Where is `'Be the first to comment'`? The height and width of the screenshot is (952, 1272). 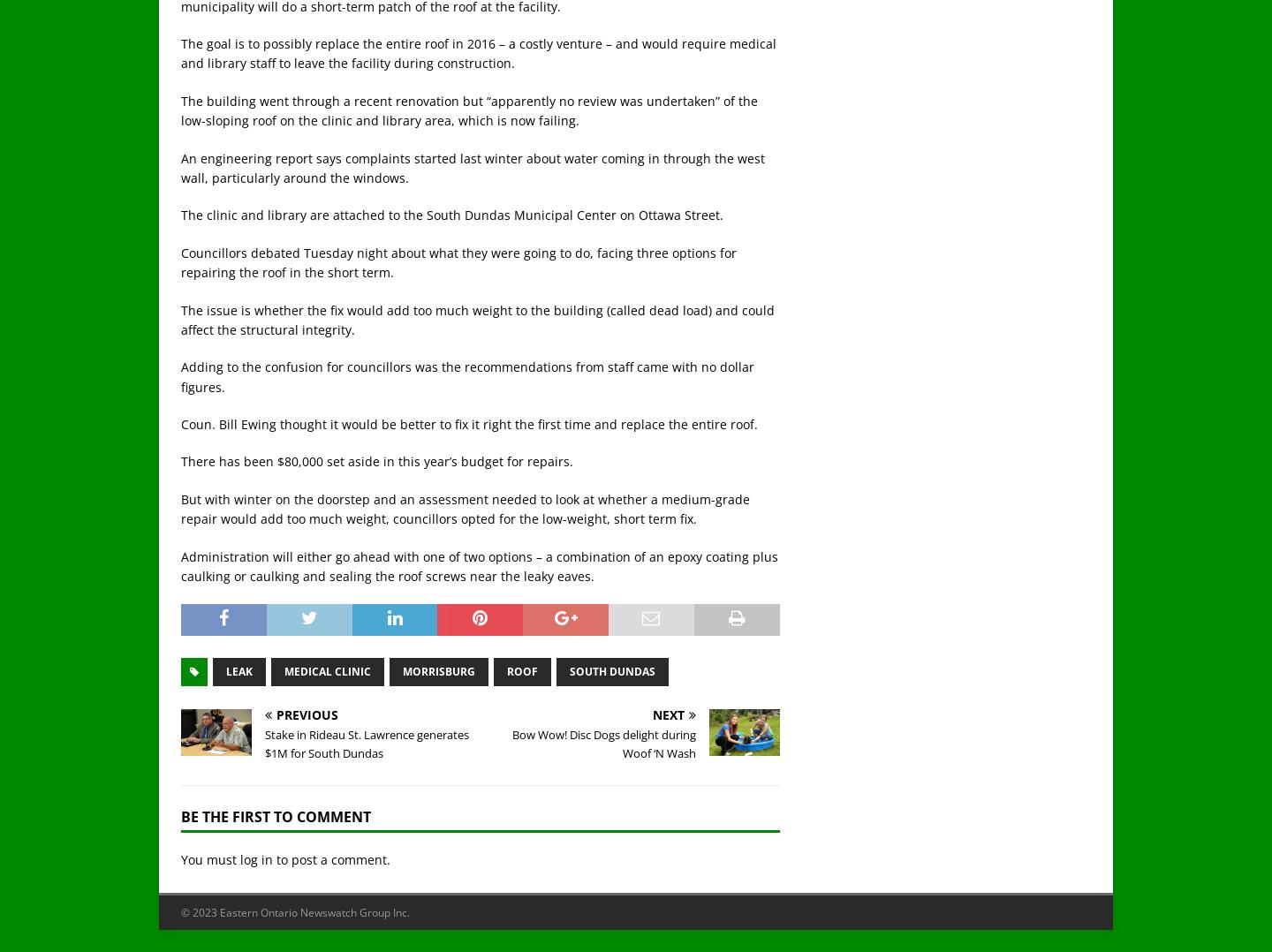 'Be the first to comment' is located at coordinates (276, 815).